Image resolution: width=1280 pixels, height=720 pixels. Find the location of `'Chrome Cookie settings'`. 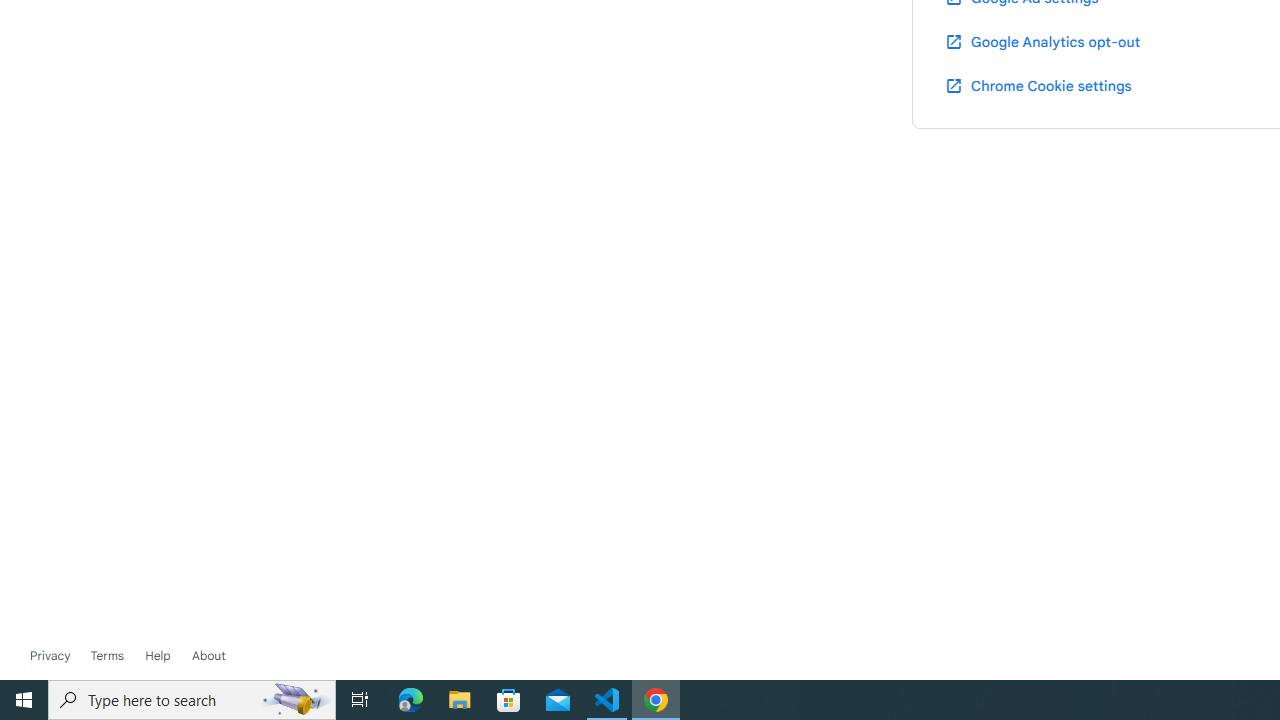

'Chrome Cookie settings' is located at coordinates (1038, 84).